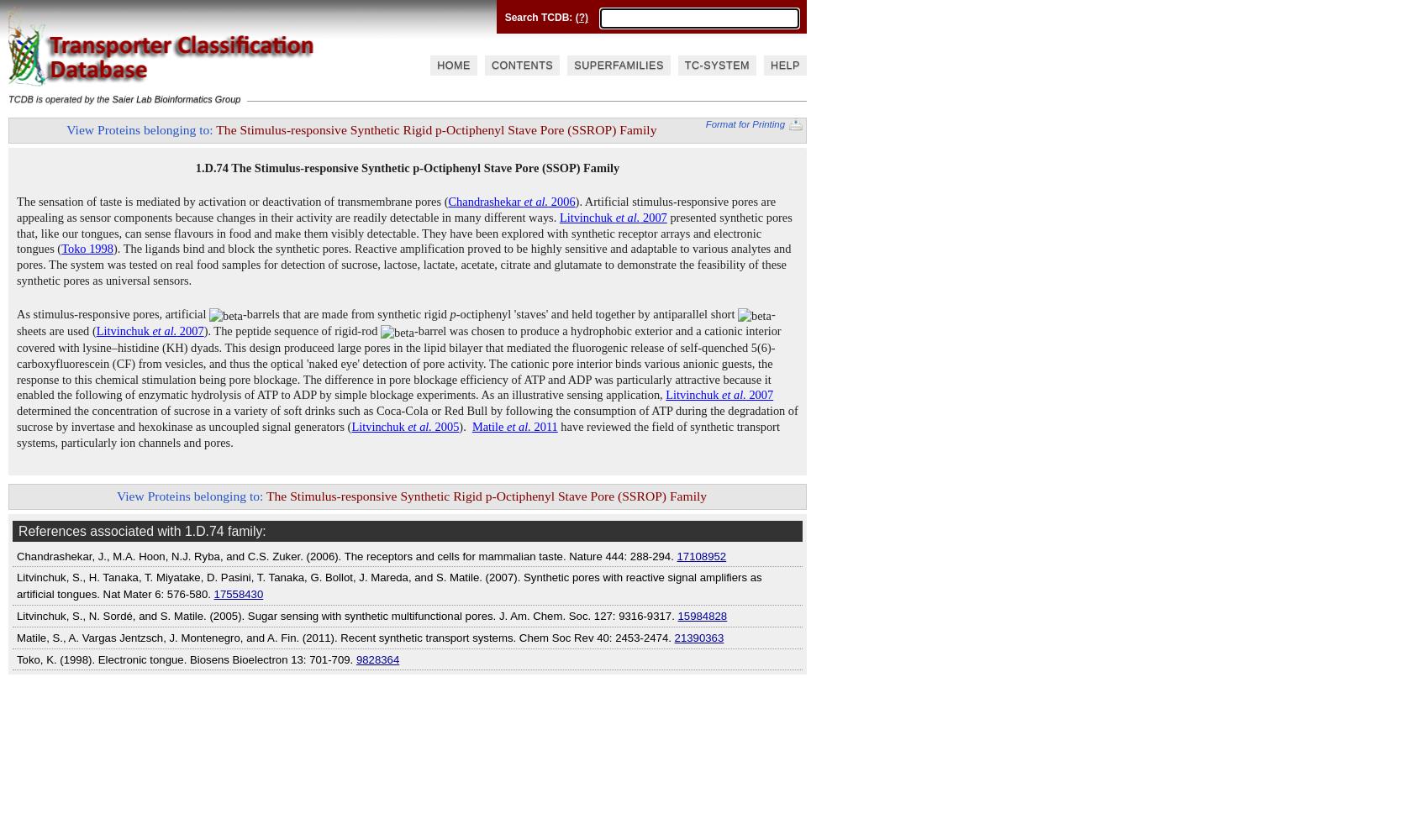  I want to click on '-sheets are used (', so click(395, 323).